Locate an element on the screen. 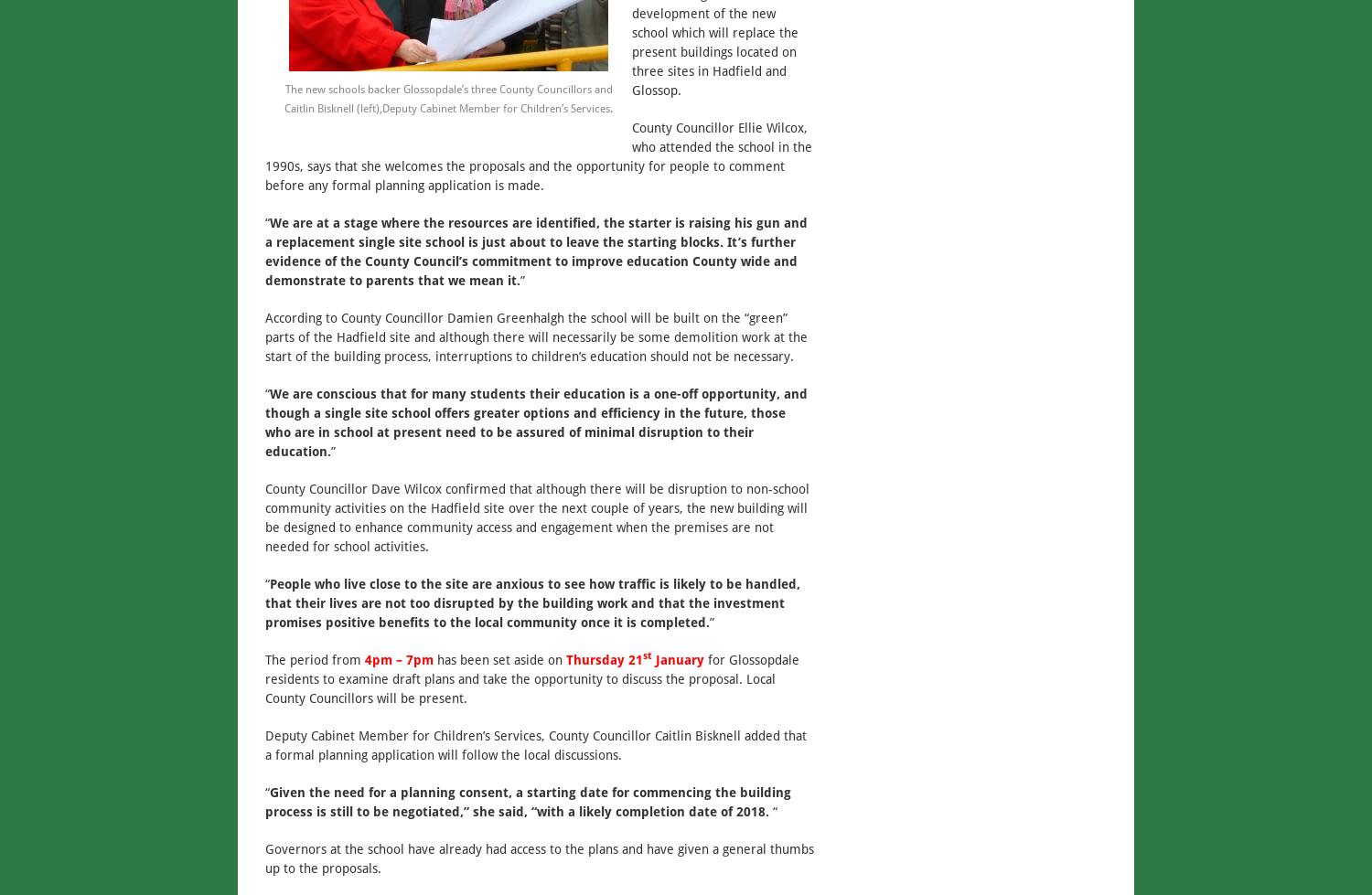  'The new schools backer Glossopdale’s three County Councillors and Caitlin Bisknell (left),Deputy Cabinet Member for Children’s Services.' is located at coordinates (284, 98).